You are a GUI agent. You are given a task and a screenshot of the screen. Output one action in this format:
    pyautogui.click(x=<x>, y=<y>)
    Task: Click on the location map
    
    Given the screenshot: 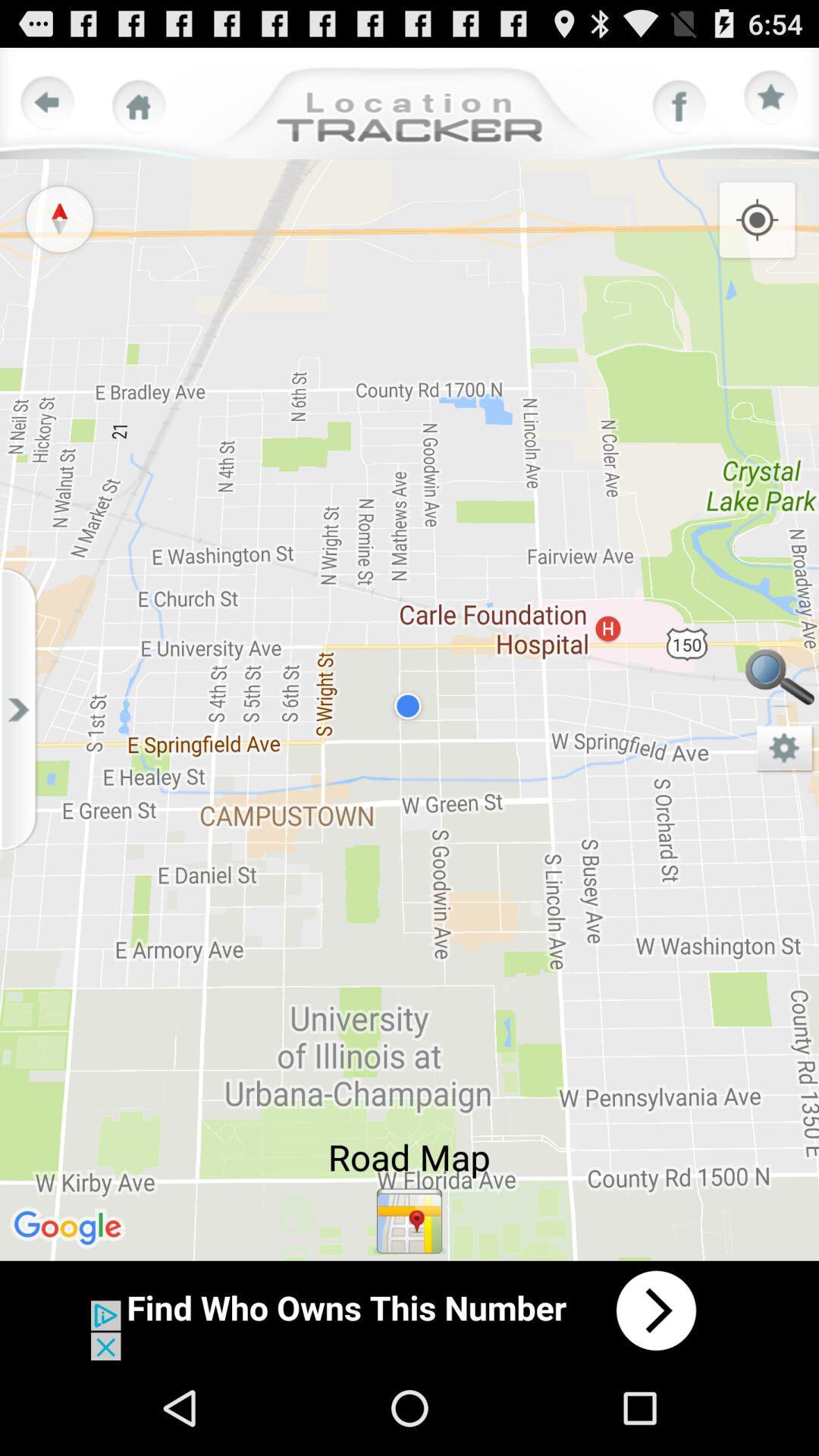 What is the action you would take?
    pyautogui.click(x=409, y=1221)
    